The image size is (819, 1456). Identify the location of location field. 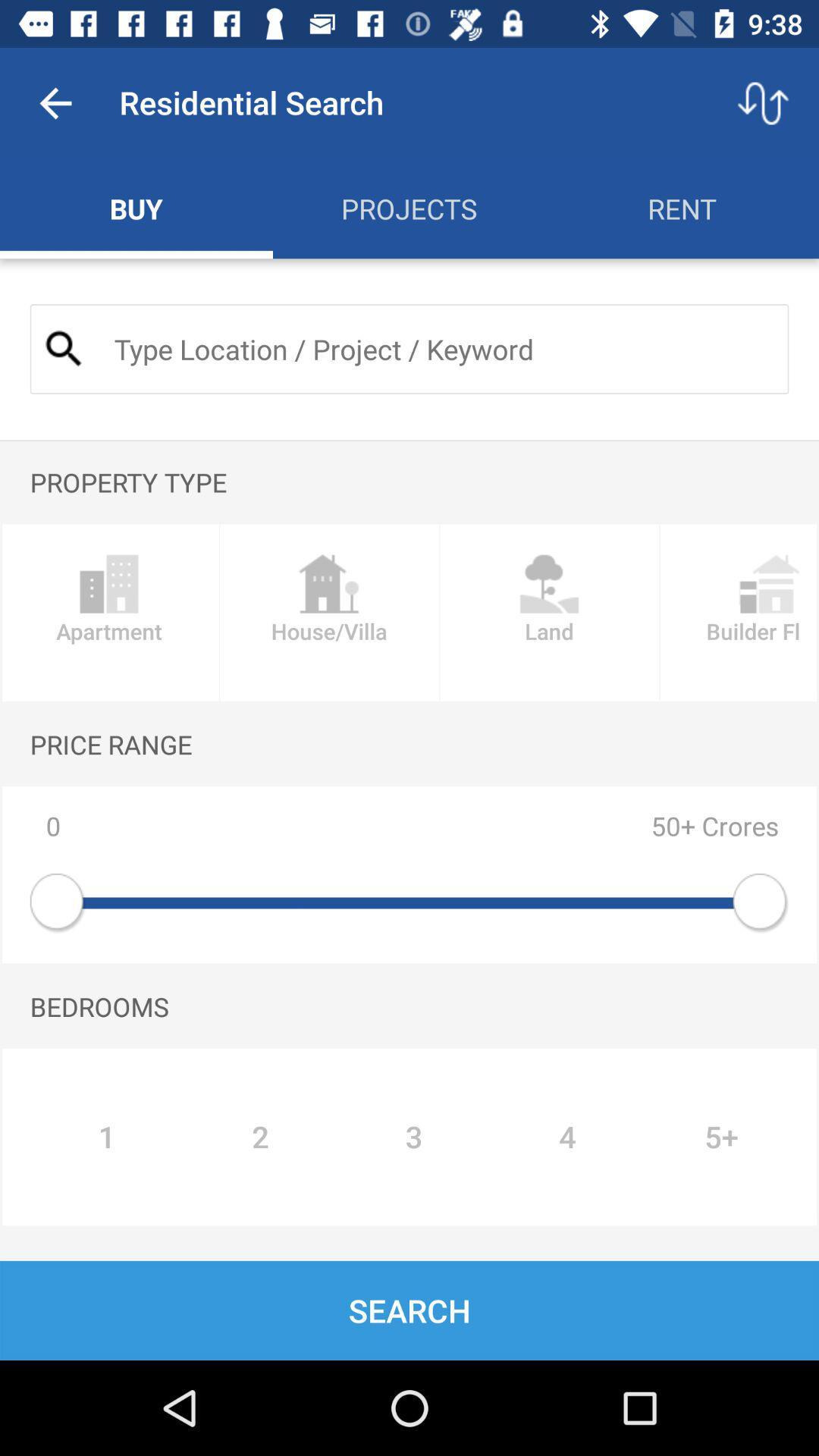
(438, 348).